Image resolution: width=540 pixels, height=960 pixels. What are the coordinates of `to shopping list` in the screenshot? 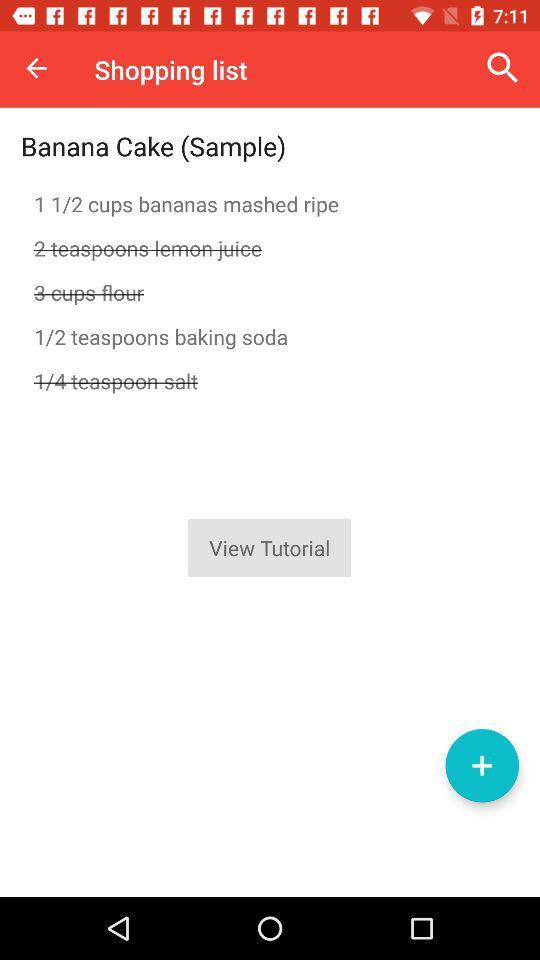 It's located at (481, 764).